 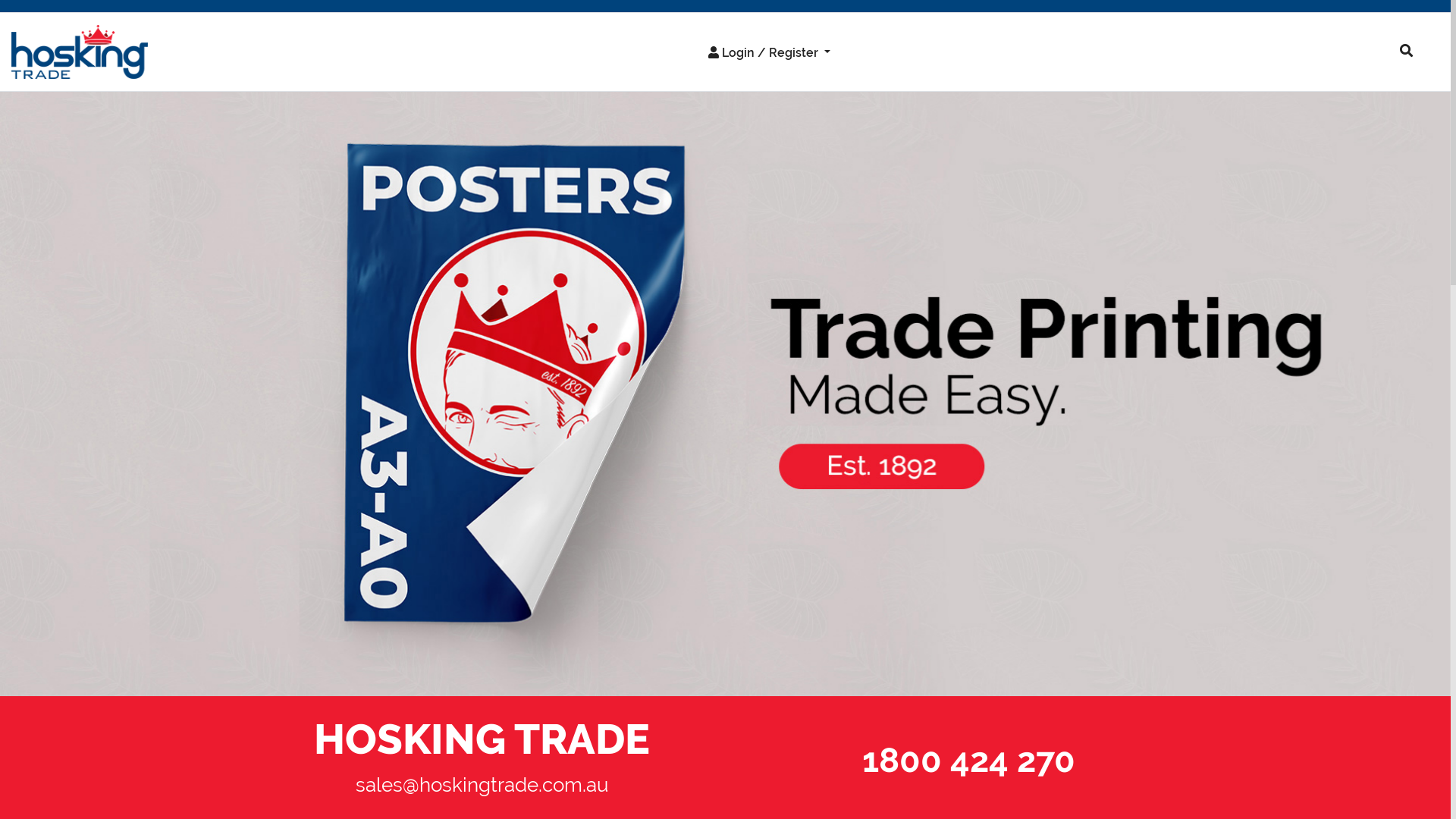 I want to click on 'Hosking Trade', so click(x=0, y=393).